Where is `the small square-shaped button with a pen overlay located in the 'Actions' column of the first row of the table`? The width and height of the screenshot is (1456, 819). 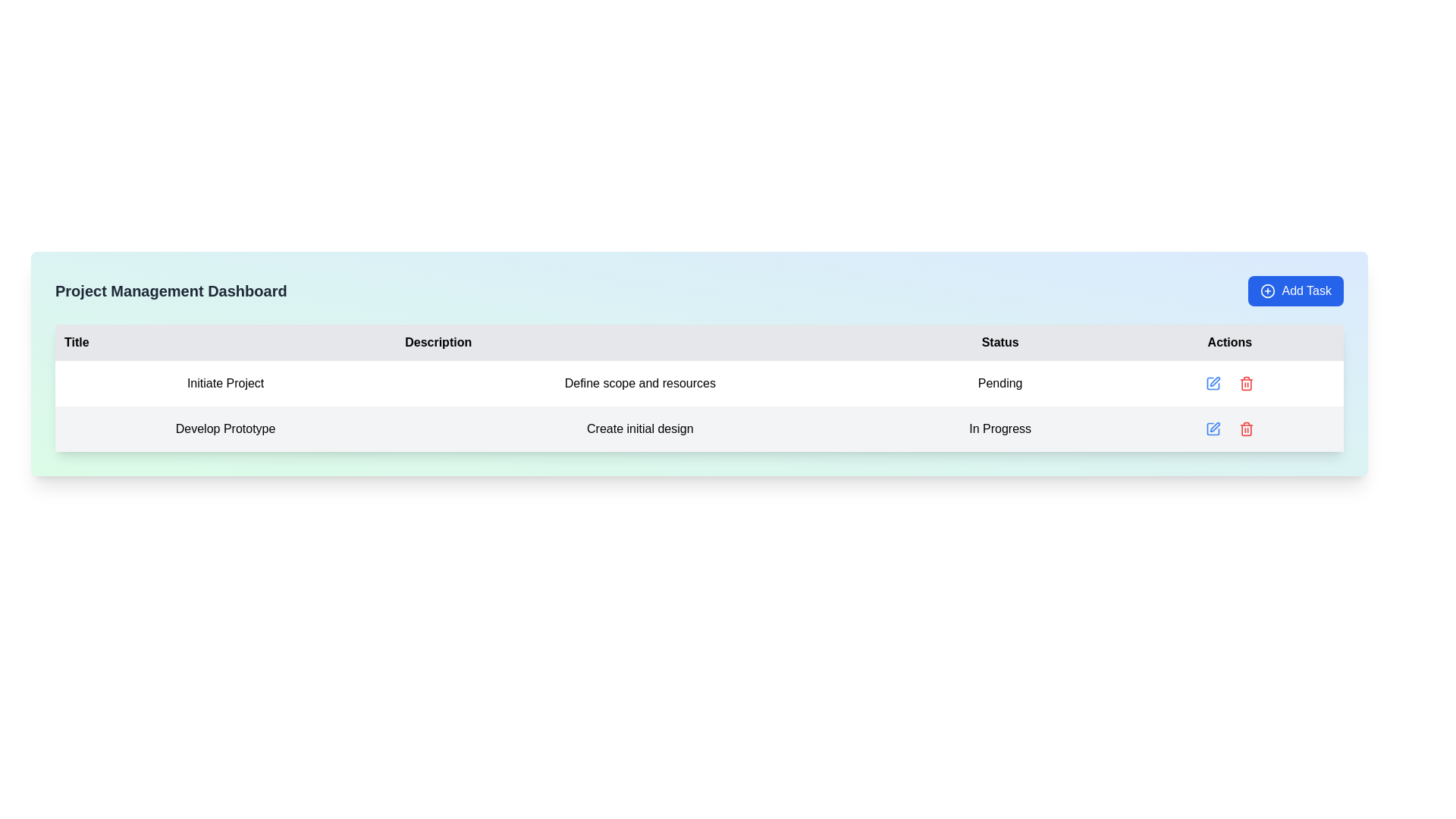 the small square-shaped button with a pen overlay located in the 'Actions' column of the first row of the table is located at coordinates (1212, 382).